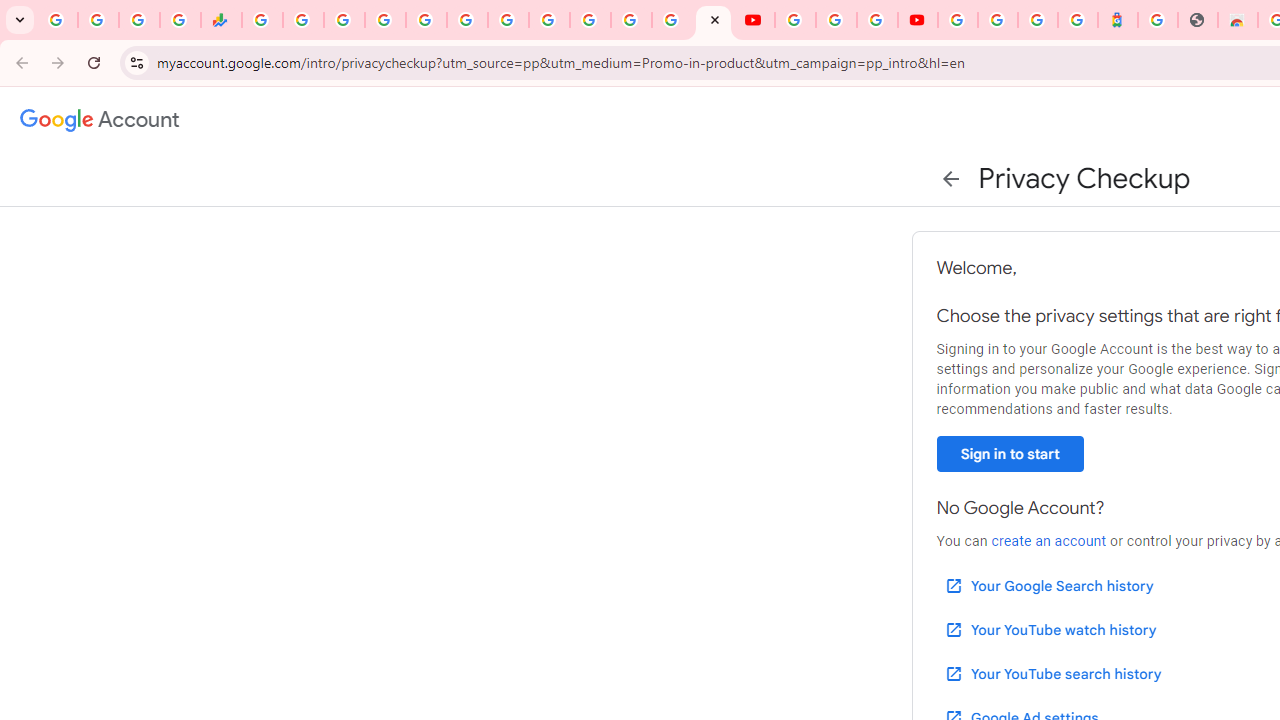  What do you see at coordinates (1009, 454) in the screenshot?
I see `'Sign in to start'` at bounding box center [1009, 454].